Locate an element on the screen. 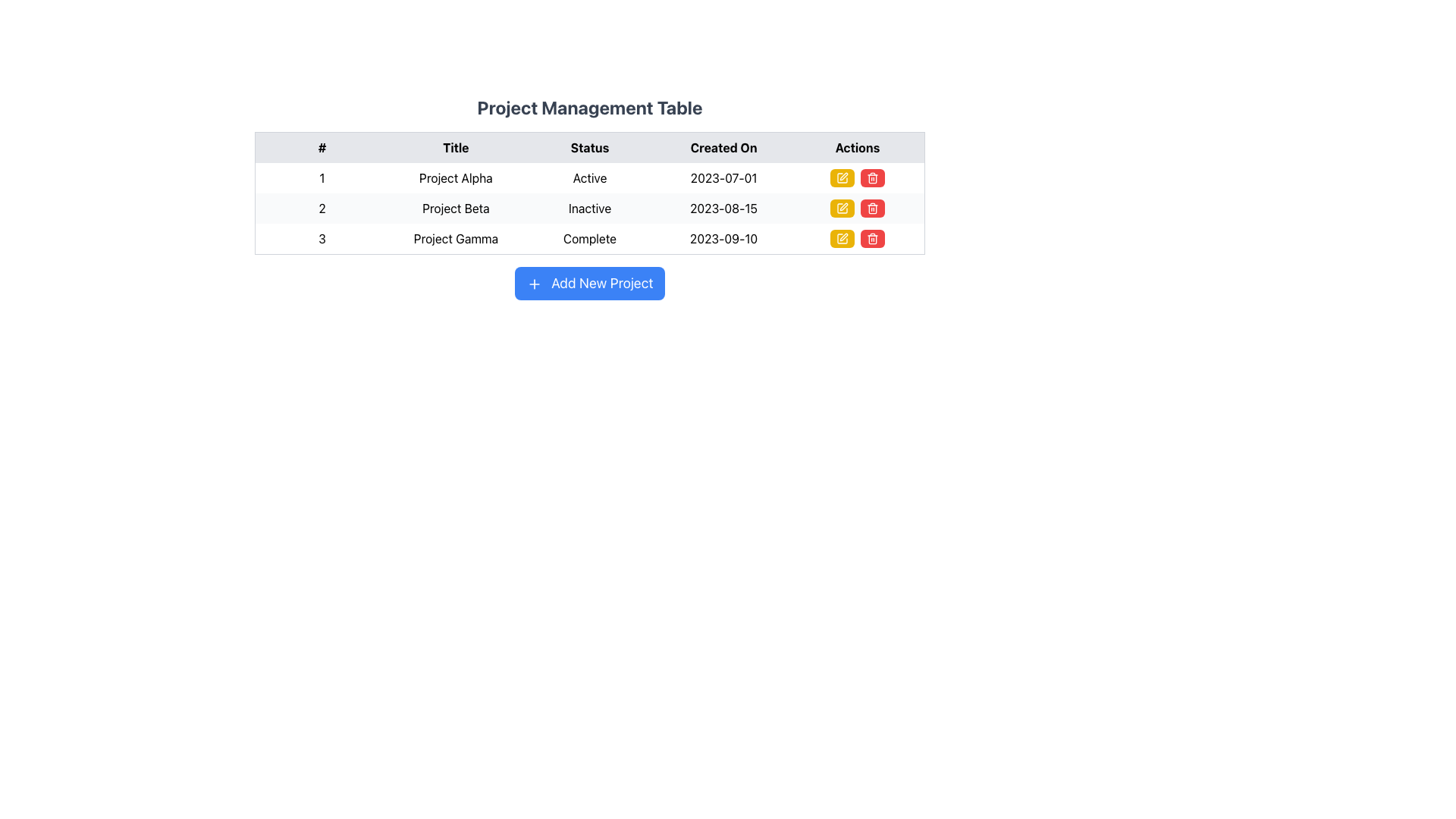 The width and height of the screenshot is (1456, 819). the edit icon button located in the Actions column of the second row in the table to modify or update the corresponding row's data is located at coordinates (841, 208).